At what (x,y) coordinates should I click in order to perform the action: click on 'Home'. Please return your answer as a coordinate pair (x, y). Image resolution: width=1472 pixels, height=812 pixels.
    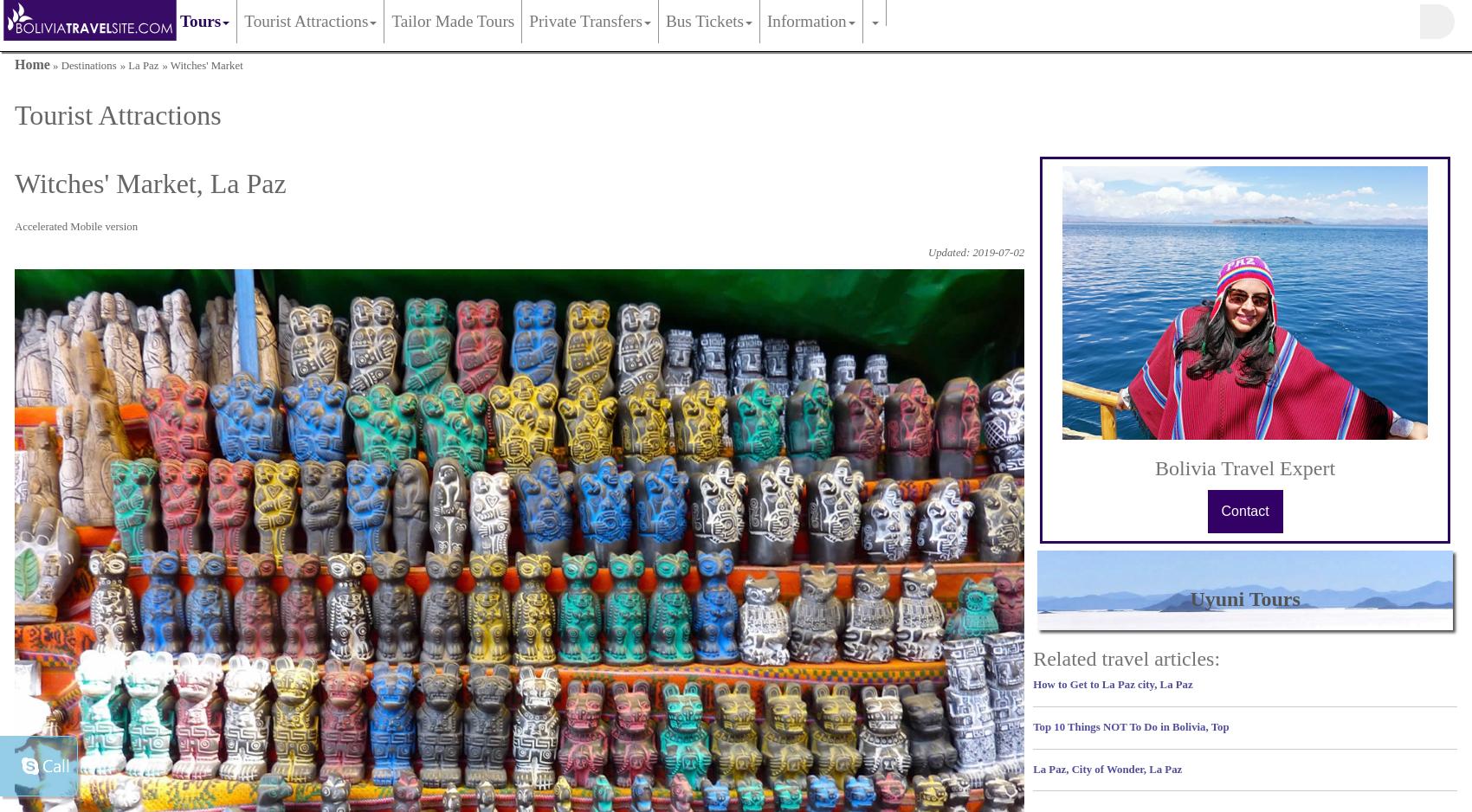
    Looking at the image, I should click on (32, 64).